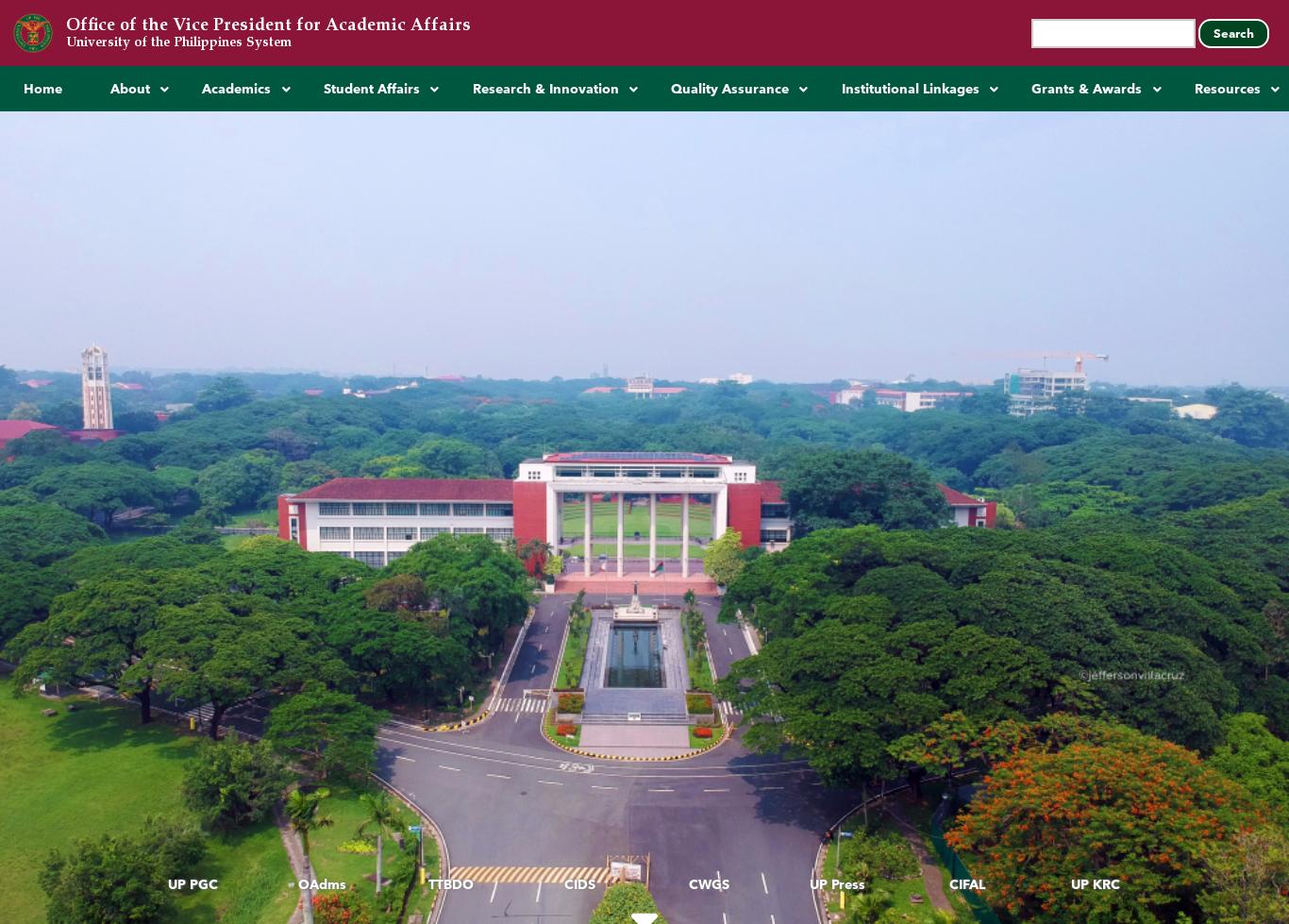  Describe the element at coordinates (1128, 359) in the screenshot. I see `'Office of International Linkages Grants'` at that location.